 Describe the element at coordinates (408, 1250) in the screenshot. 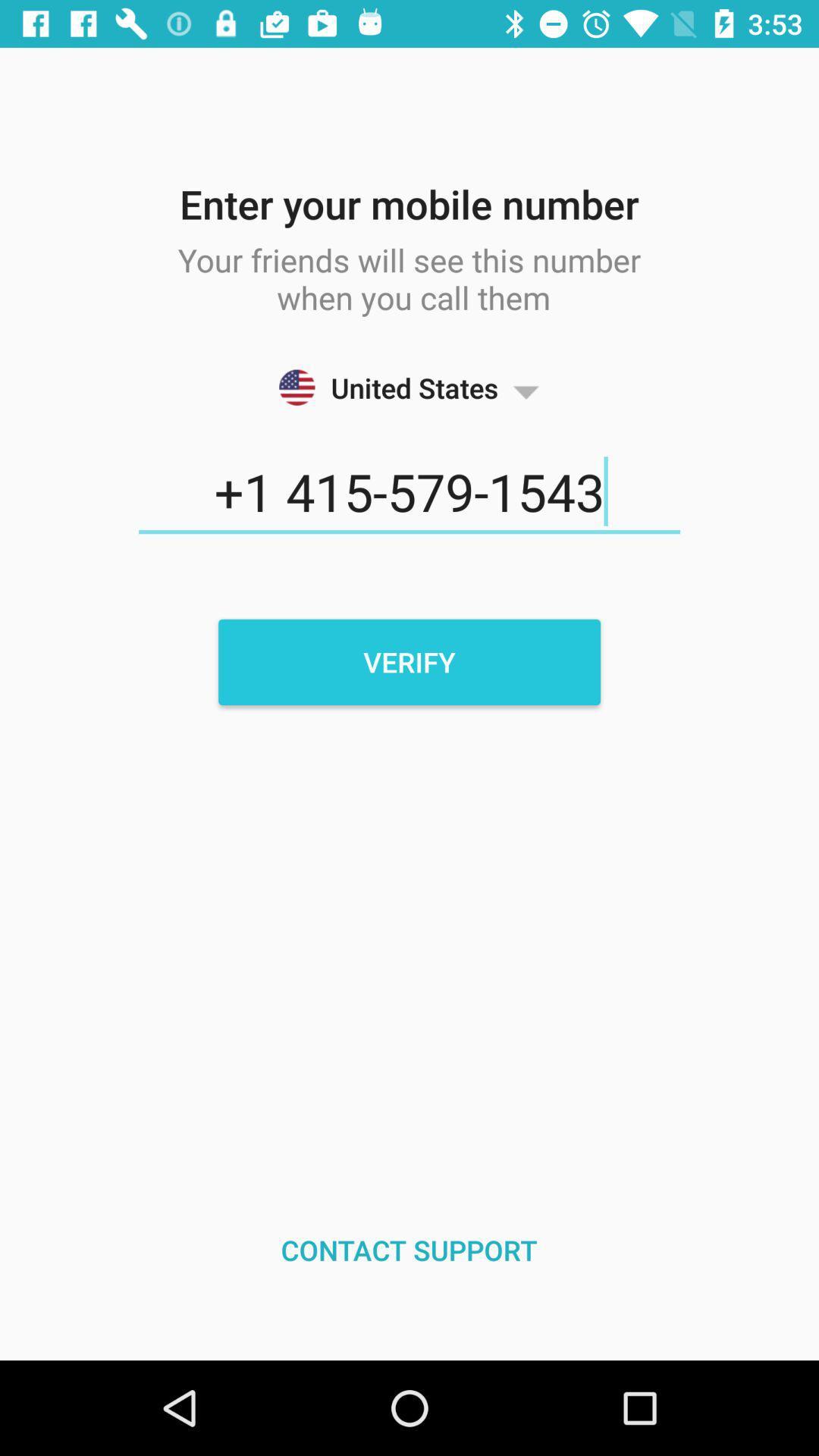

I see `the icon below the verify icon` at that location.